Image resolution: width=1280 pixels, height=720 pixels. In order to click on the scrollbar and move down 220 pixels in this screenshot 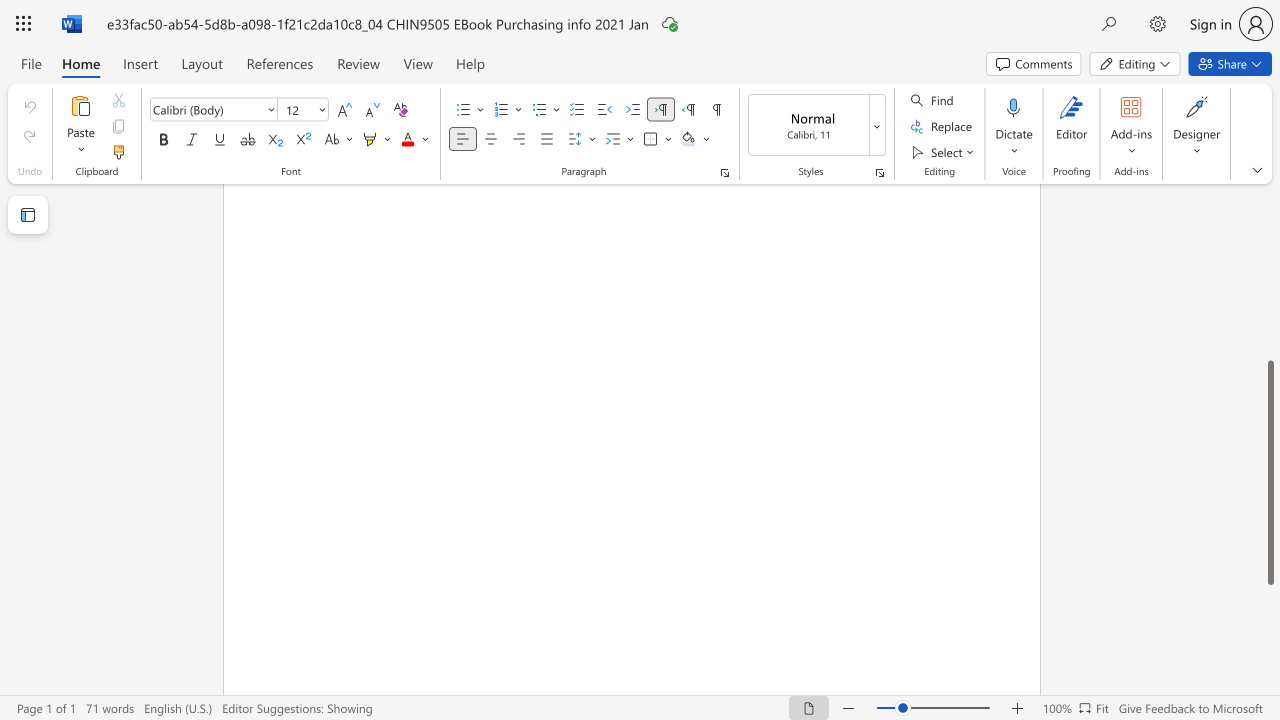, I will do `click(1269, 473)`.